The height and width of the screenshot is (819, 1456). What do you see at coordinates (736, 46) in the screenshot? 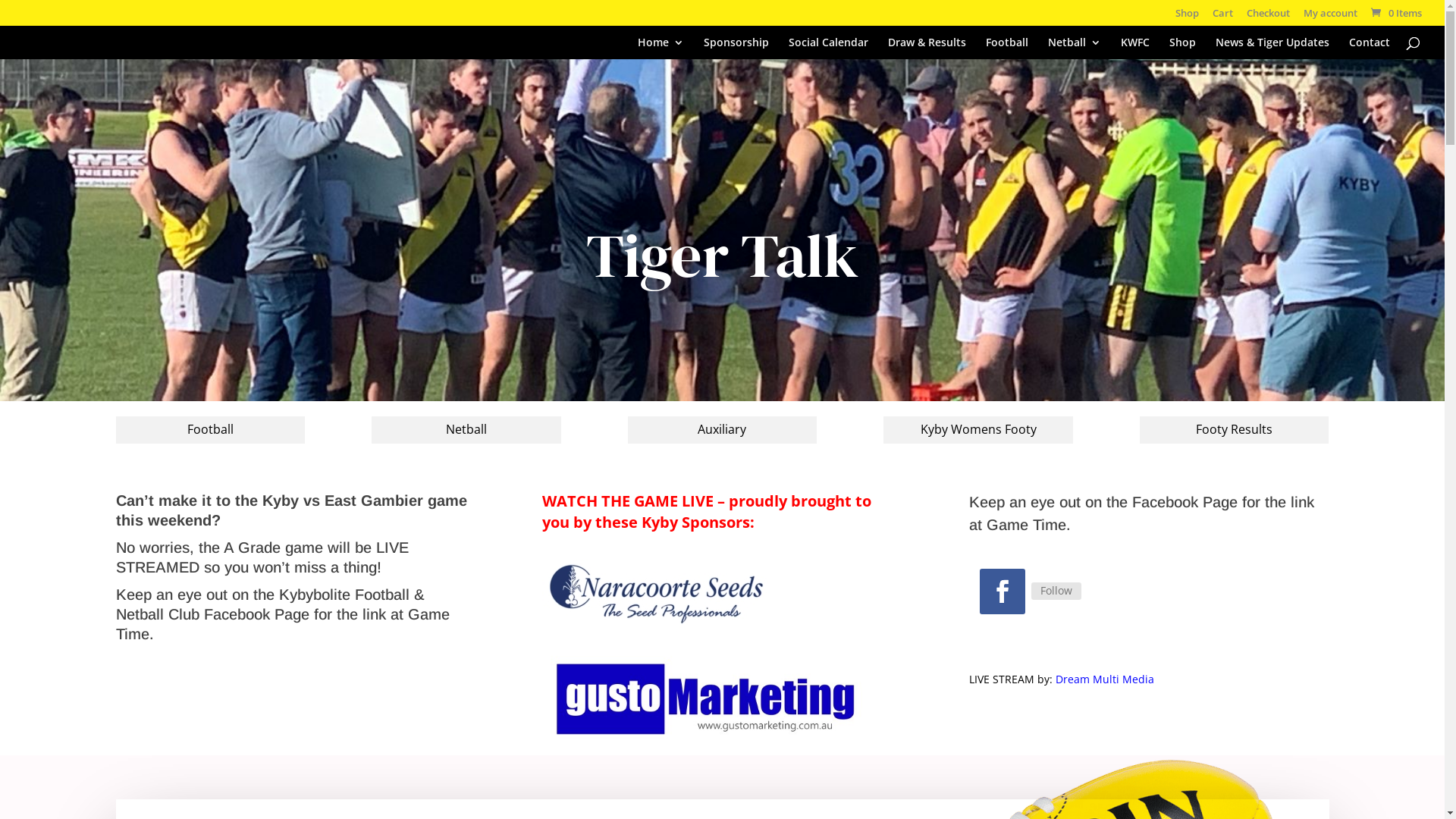
I see `'Sponsorship'` at bounding box center [736, 46].